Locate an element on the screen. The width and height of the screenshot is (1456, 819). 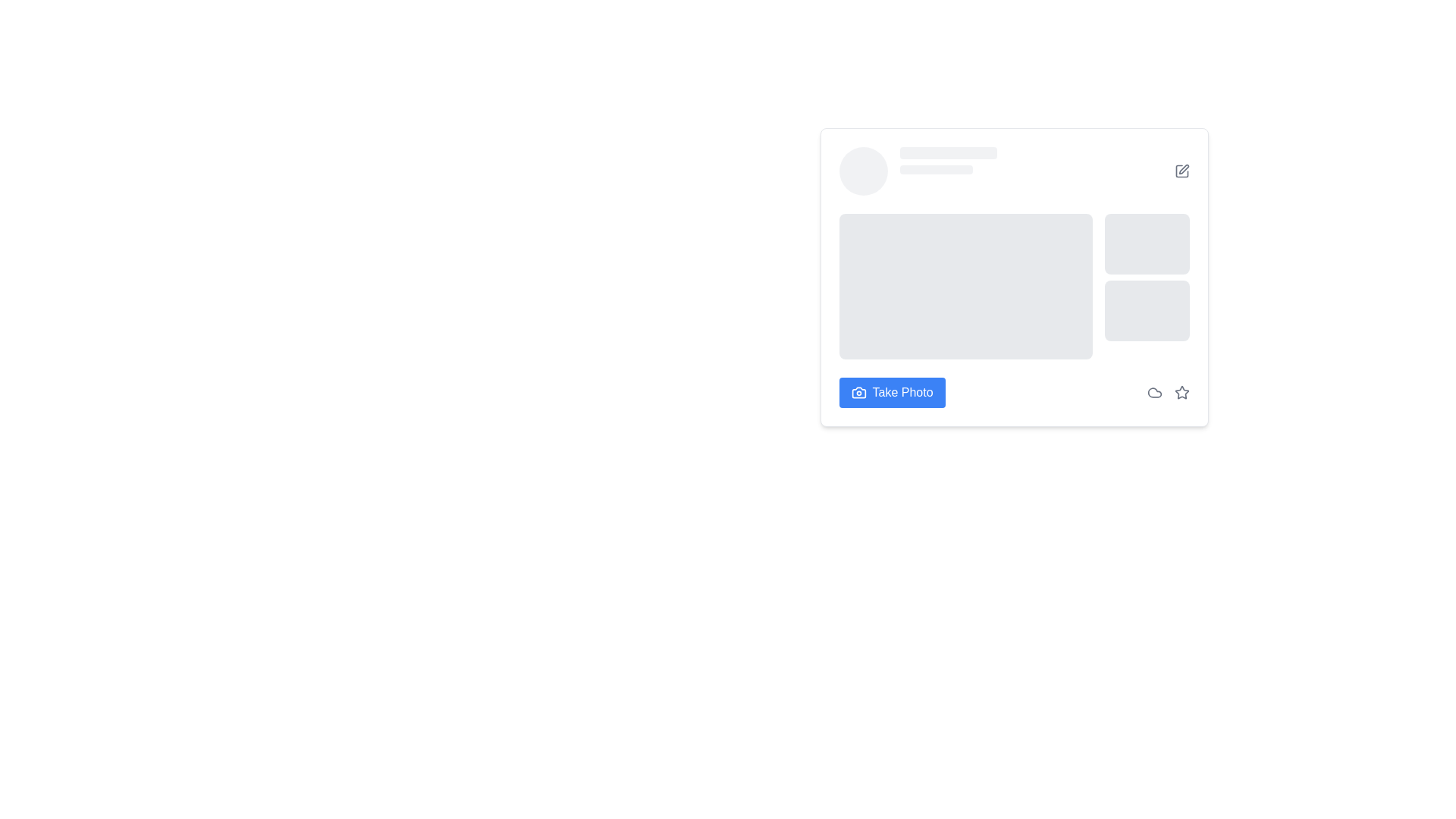
the star button located at the bottom-right corner of the main interface panel, which serves as a rating indicator or favorite marker is located at coordinates (1181, 391).